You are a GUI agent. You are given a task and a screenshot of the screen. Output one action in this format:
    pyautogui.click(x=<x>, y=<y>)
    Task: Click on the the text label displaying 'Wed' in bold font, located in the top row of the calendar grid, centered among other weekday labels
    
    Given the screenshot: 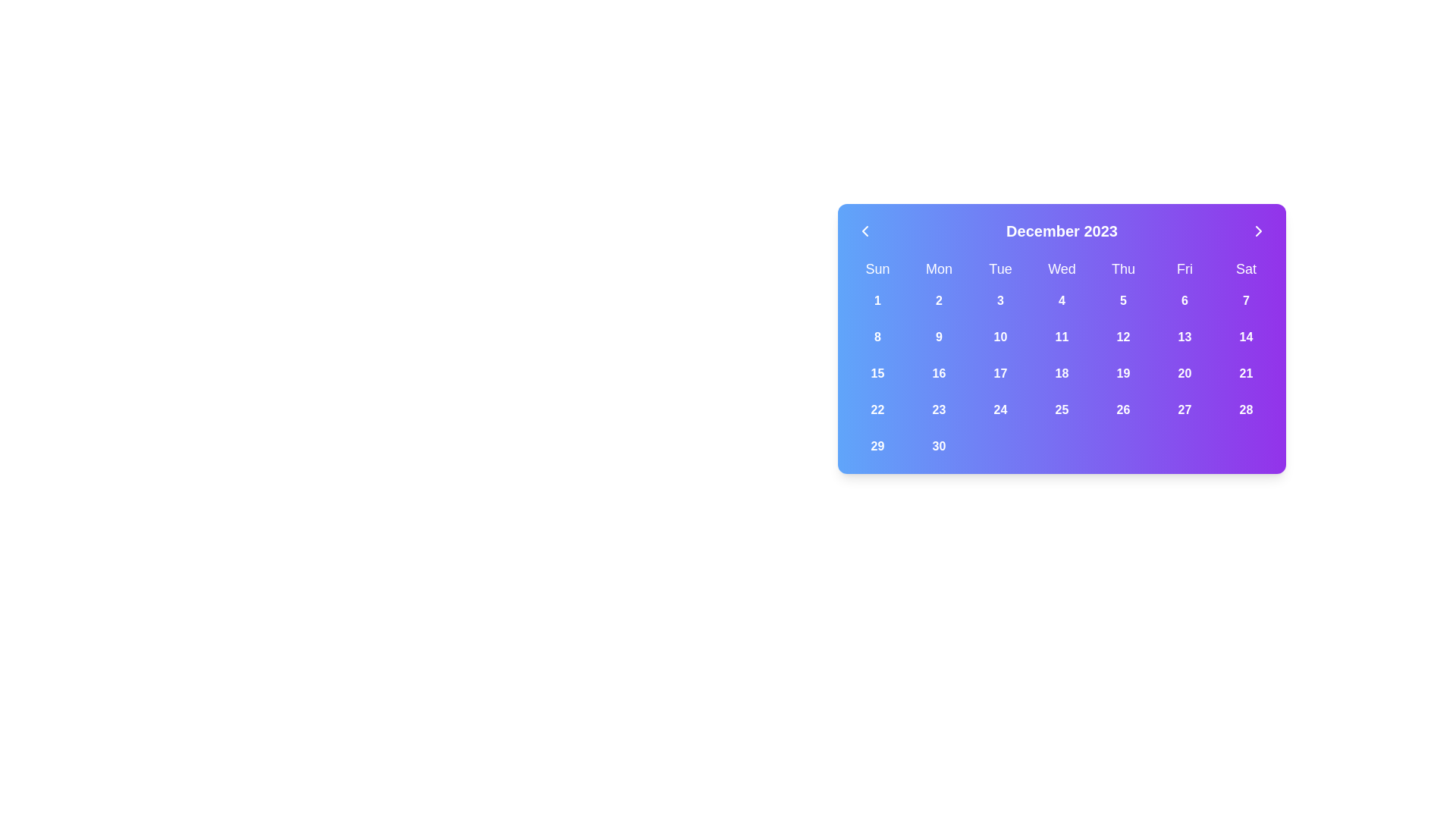 What is the action you would take?
    pyautogui.click(x=1061, y=268)
    